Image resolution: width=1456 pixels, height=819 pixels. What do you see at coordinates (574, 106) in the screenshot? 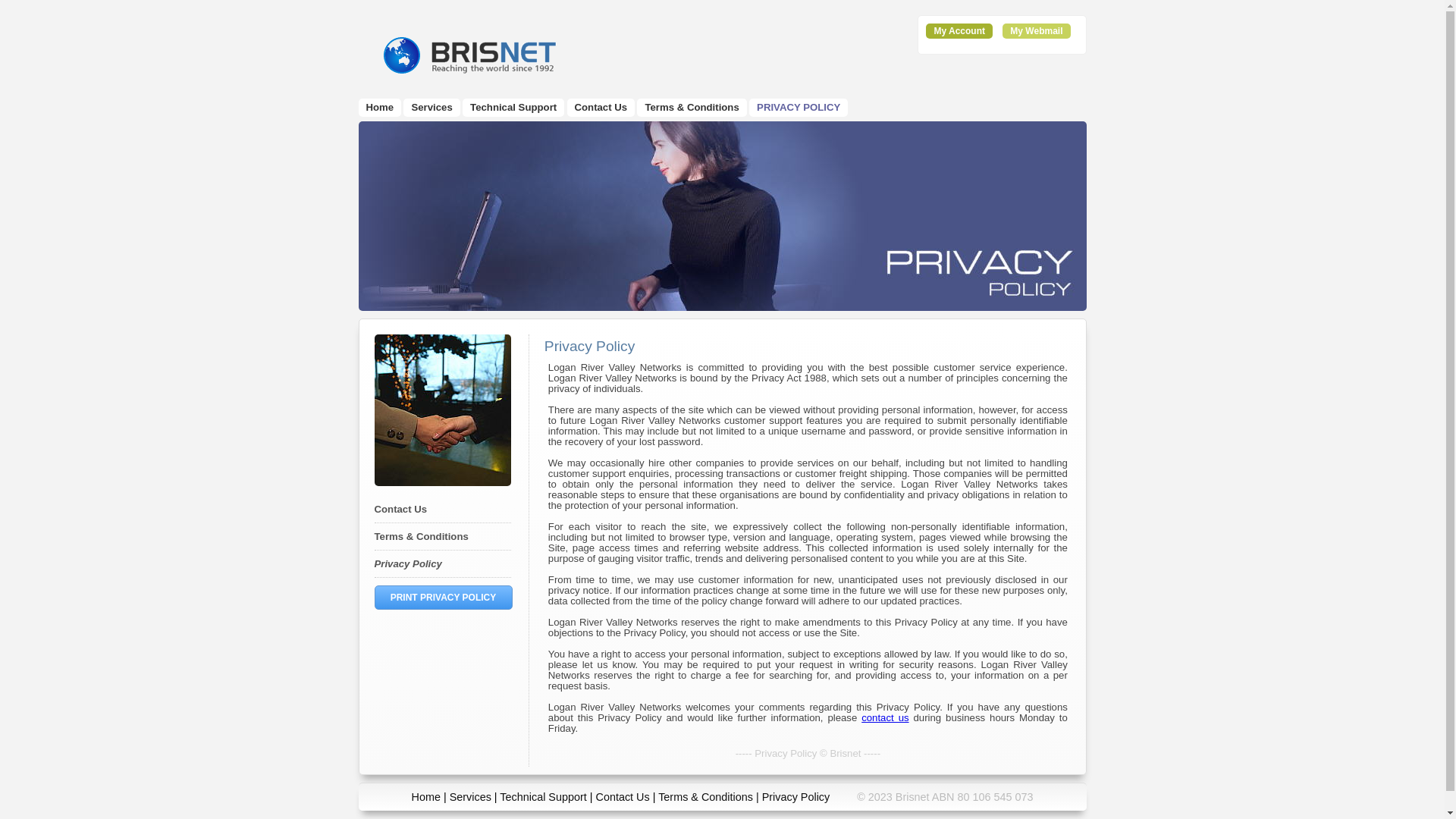
I see `'Contact Us'` at bounding box center [574, 106].